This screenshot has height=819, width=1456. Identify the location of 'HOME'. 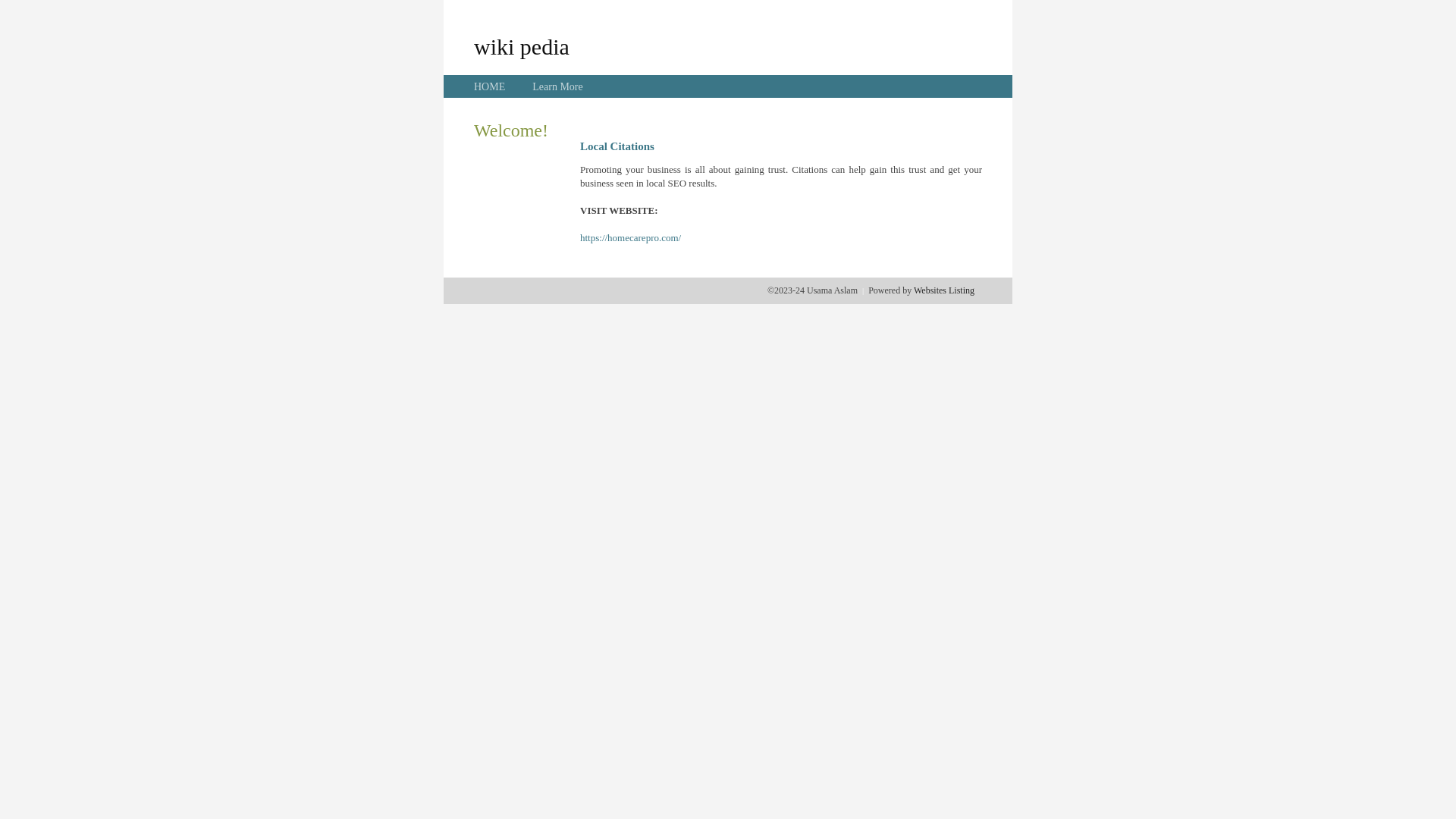
(489, 86).